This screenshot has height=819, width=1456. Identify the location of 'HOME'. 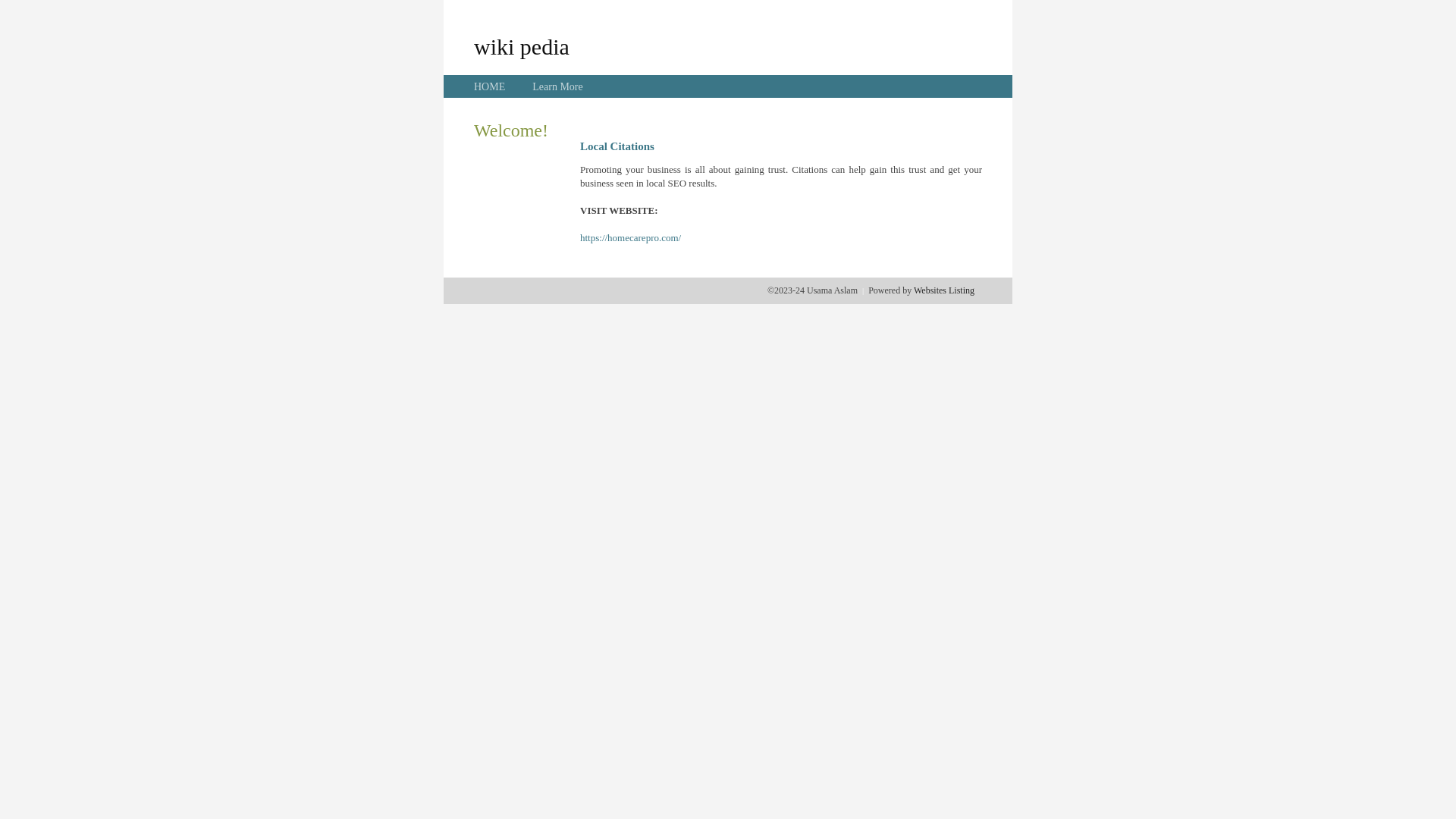
(489, 86).